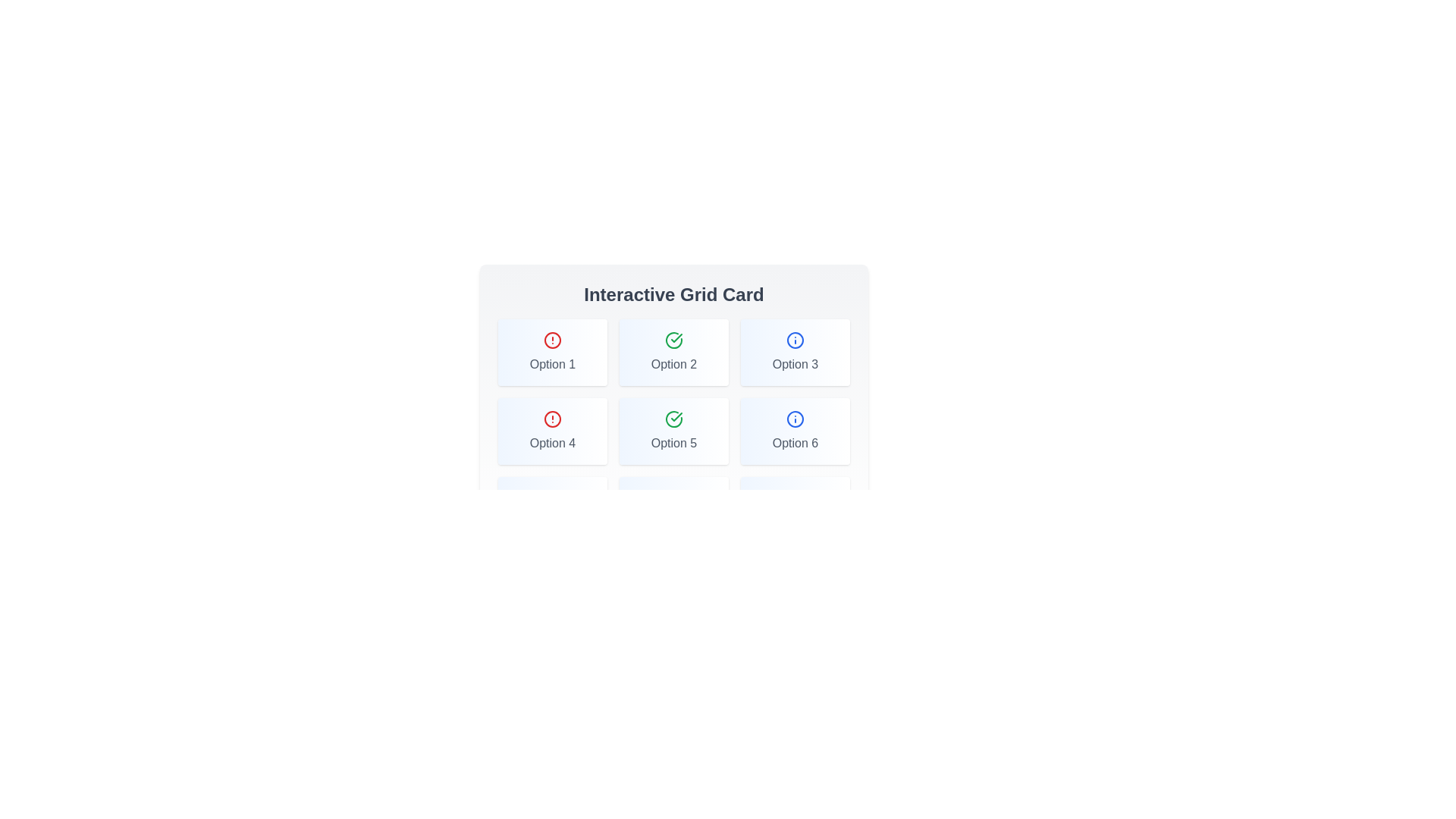 The height and width of the screenshot is (819, 1456). I want to click on the circular icon with a green outline and checkmark inside, located in the fifth option slot labeled 'Option 5' in the interactive grid card interface, so click(673, 339).